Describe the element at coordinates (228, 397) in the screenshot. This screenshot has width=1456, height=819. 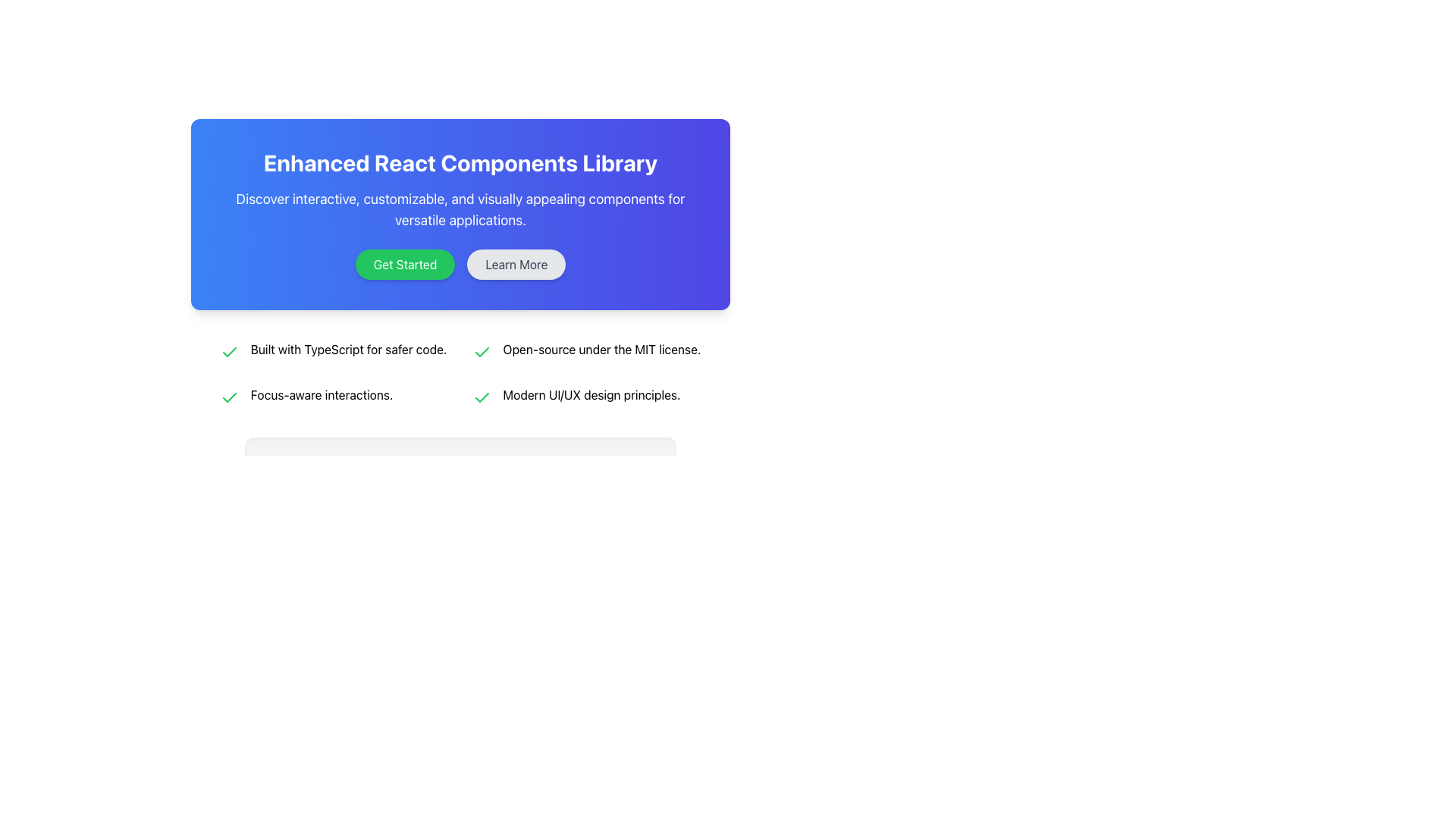
I see `the green checkmark icon located to the left of the text 'Focus-aware interactions', which is the second item in the horizontal list of checkmarks` at that location.